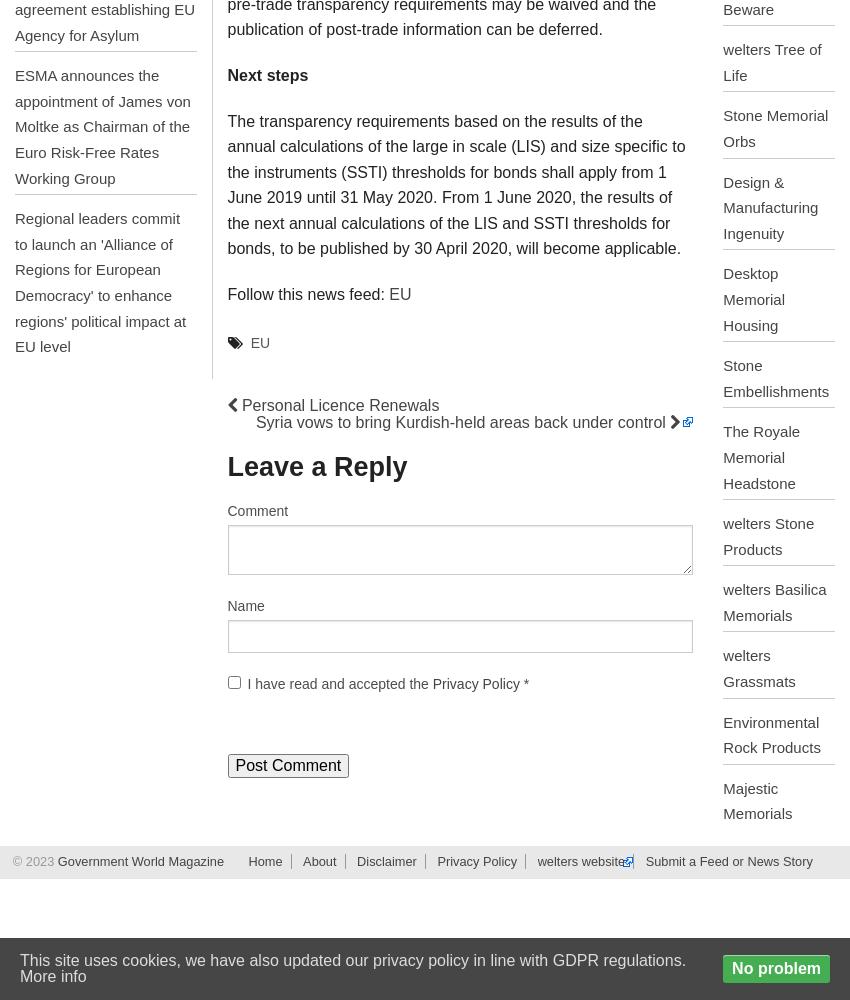 This screenshot has width=850, height=1000. I want to click on 'Comment', so click(256, 511).